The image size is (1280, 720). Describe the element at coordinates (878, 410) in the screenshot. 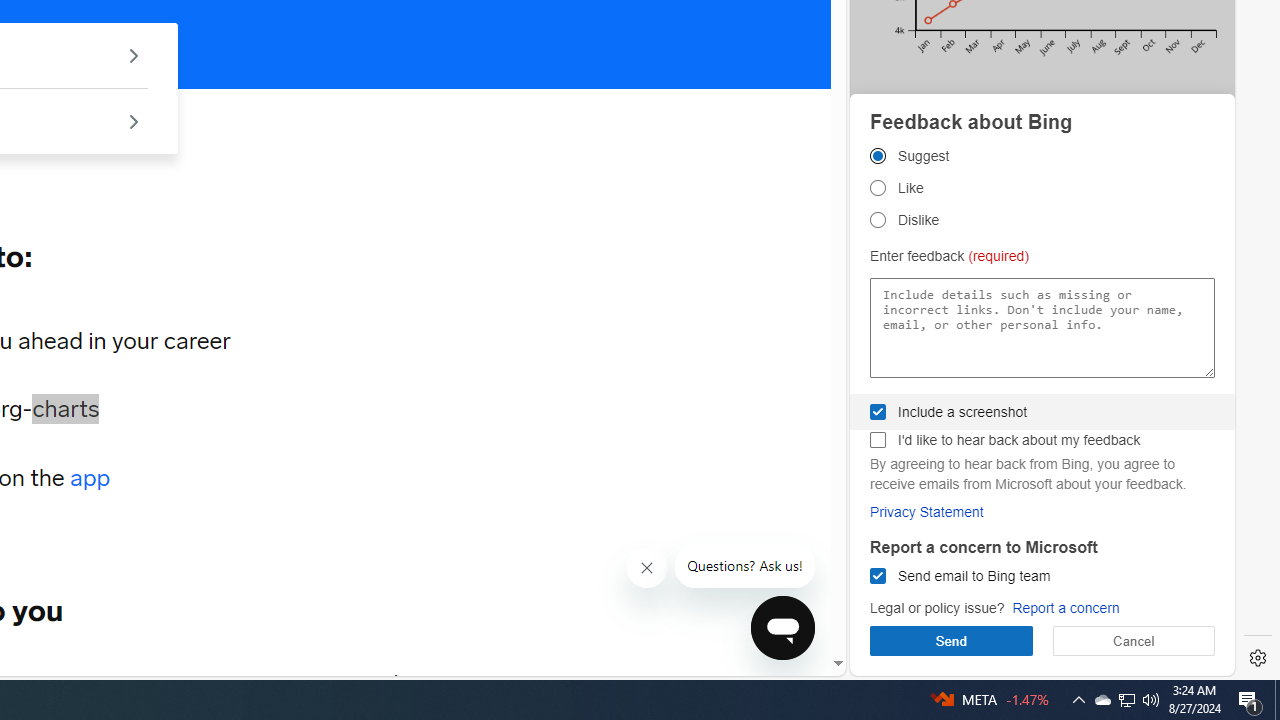

I see `'Include a screenshot'` at that location.